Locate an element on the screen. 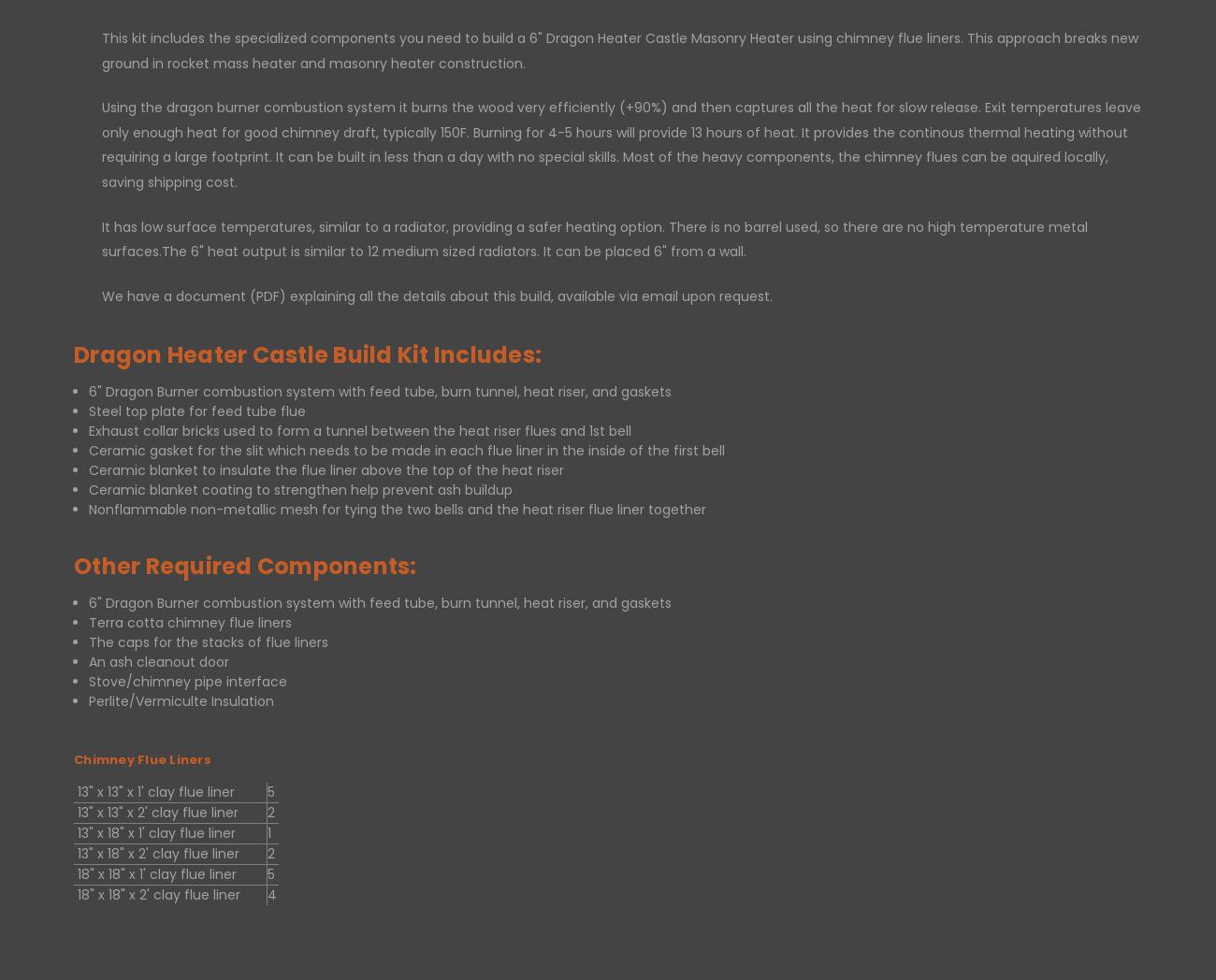  '281 292 2177' is located at coordinates (608, 756).